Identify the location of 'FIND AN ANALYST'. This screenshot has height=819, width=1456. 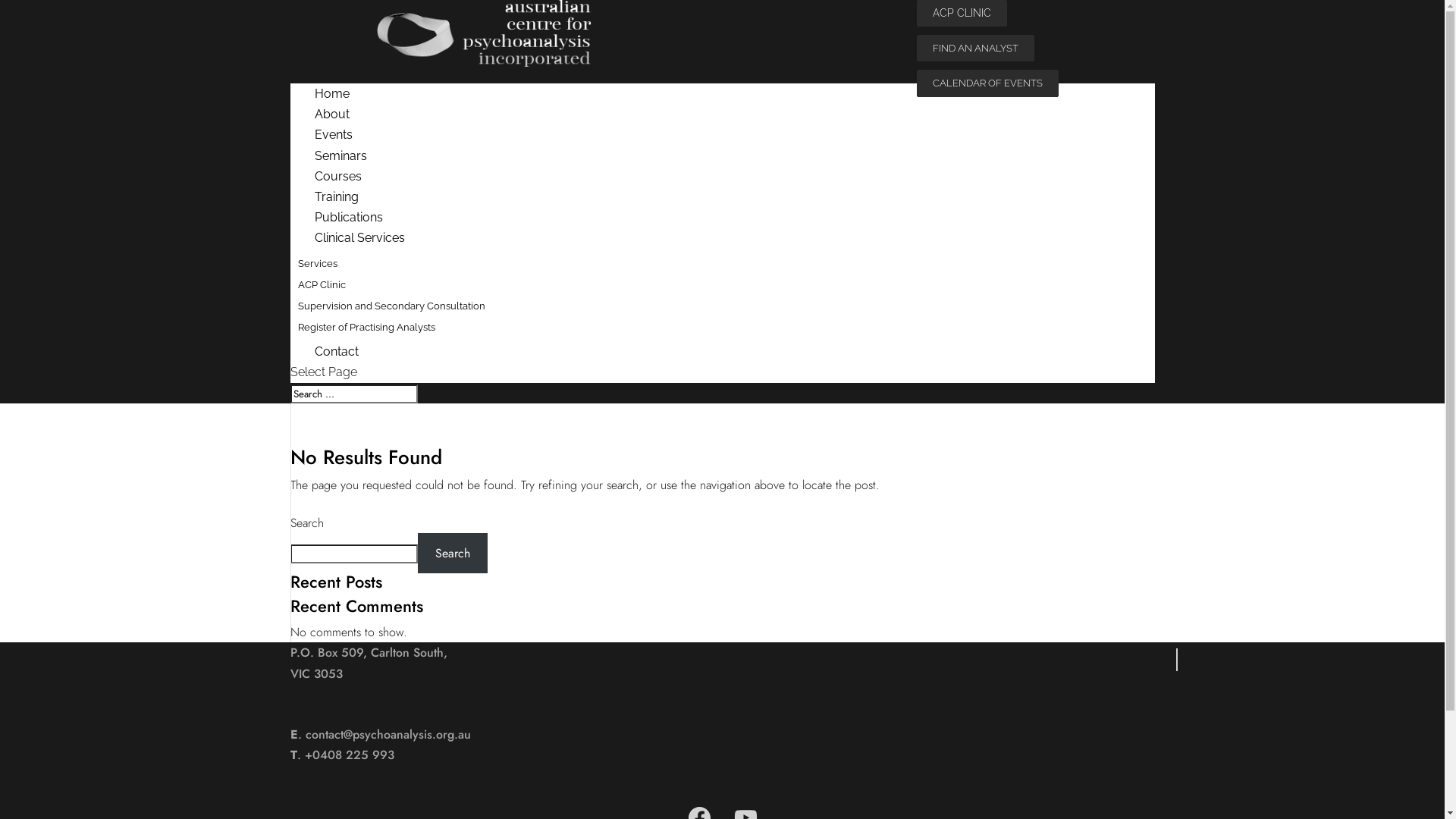
(974, 47).